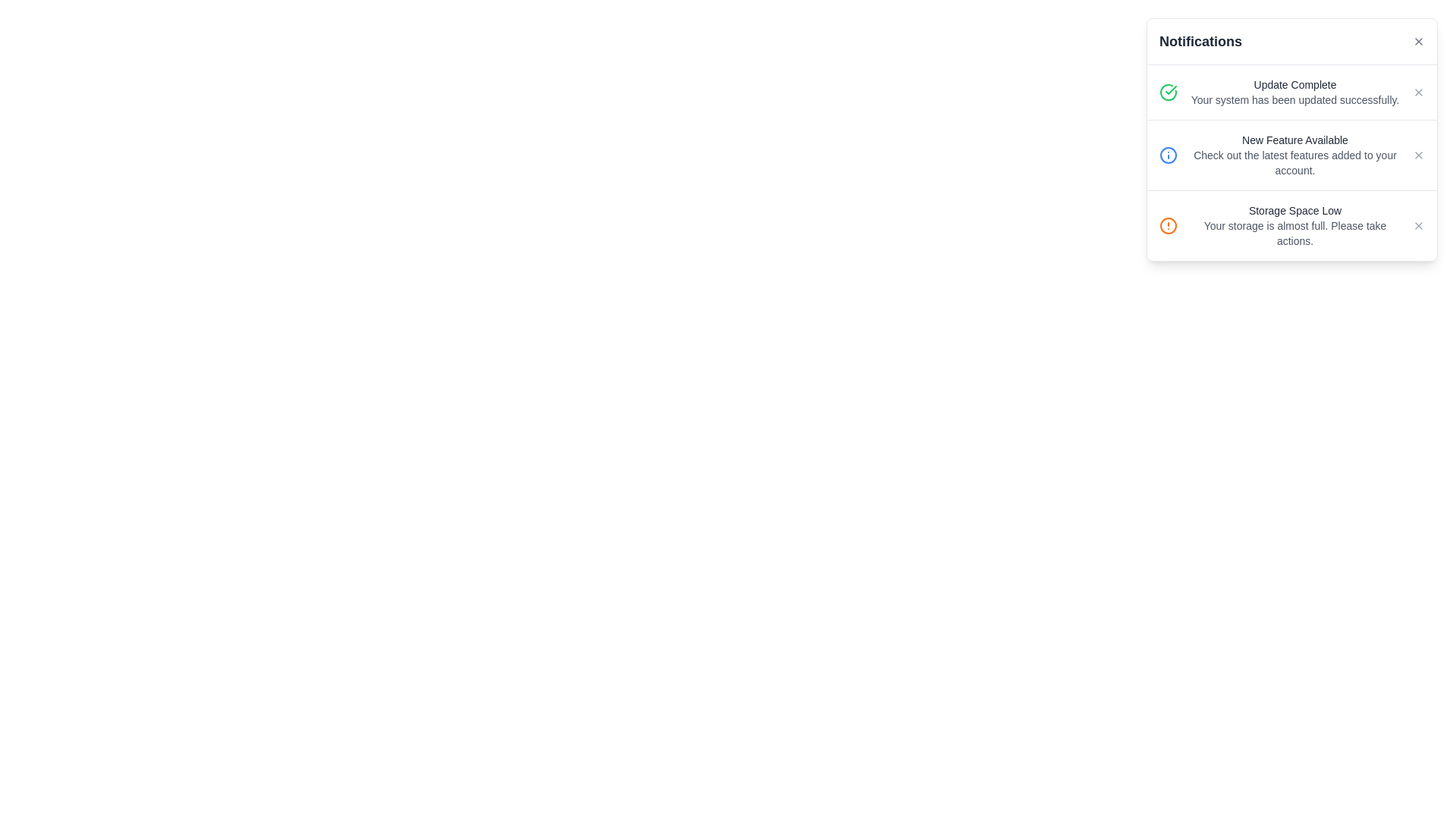  I want to click on the text block containing the message 'Update Complete' located in the notification panel, which displays a green checkmark icon to its left, so click(1294, 93).